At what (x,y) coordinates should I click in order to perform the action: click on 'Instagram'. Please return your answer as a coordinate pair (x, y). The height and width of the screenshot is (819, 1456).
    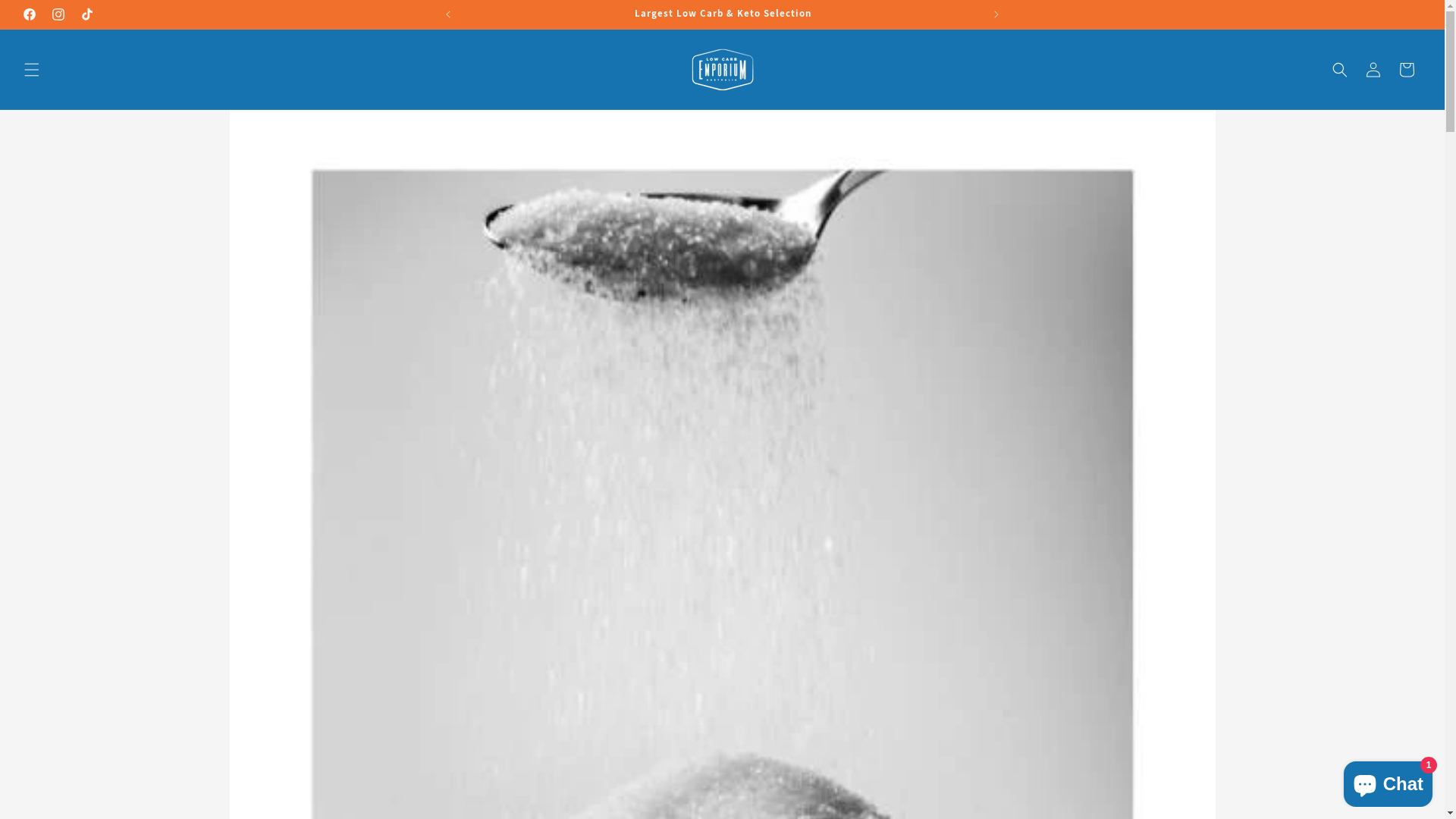
    Looking at the image, I should click on (58, 14).